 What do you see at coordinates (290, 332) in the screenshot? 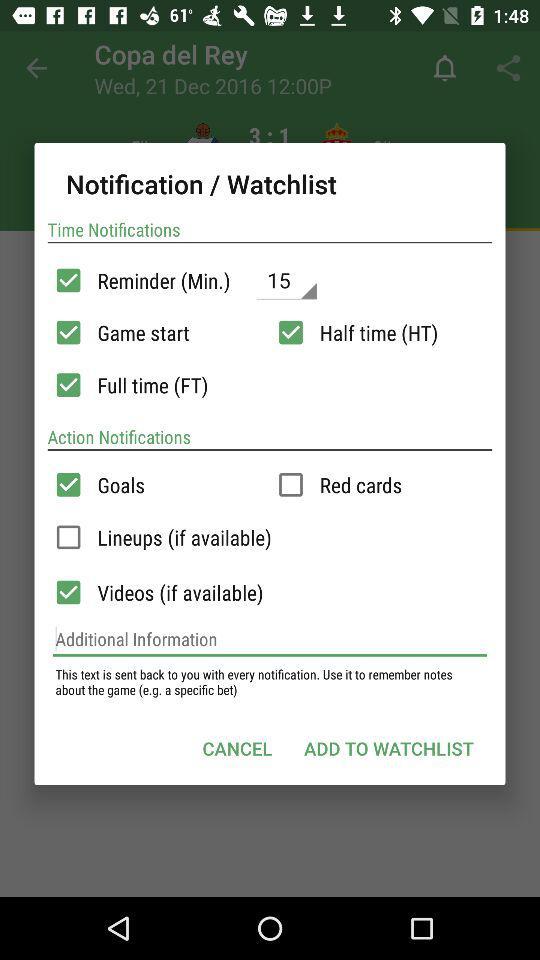
I see `time setting in scroll` at bounding box center [290, 332].